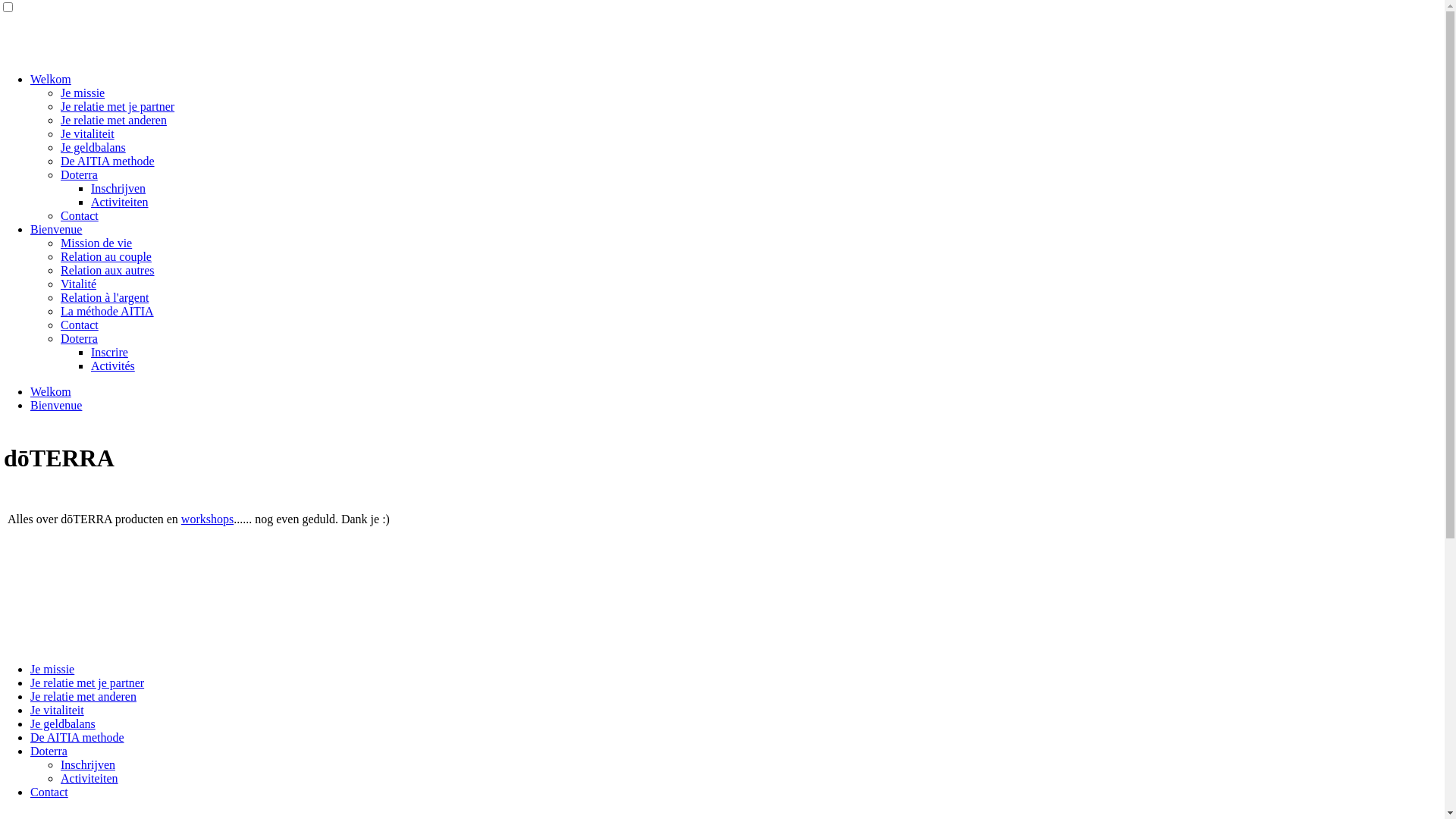 The width and height of the screenshot is (1456, 819). What do you see at coordinates (105, 256) in the screenshot?
I see `'Relation au couple'` at bounding box center [105, 256].